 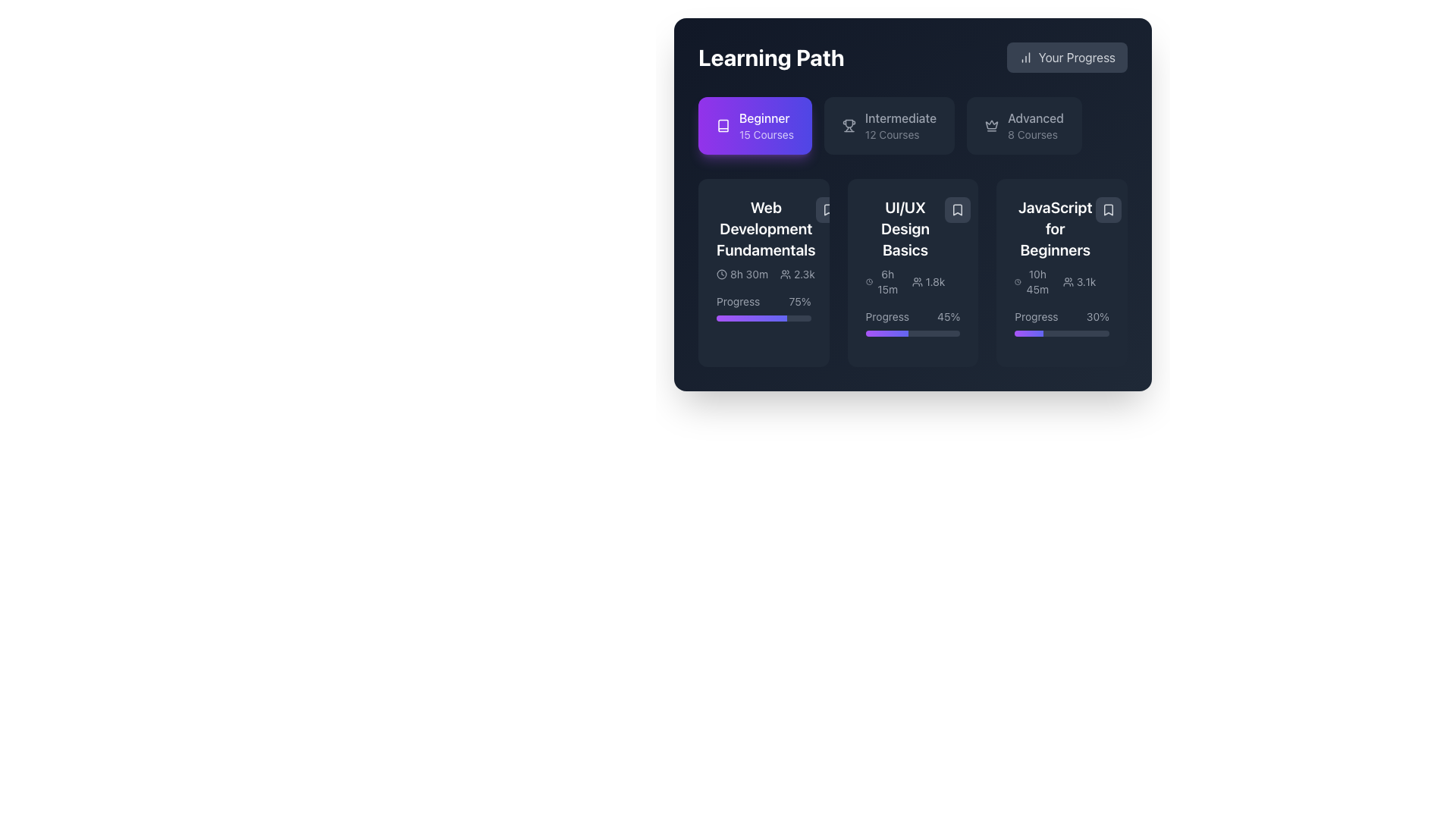 I want to click on the text label displaying '45%' in gray font color, located near the bottom of the 'UI/UX Design Basics' card, to the right of the 'Progress' label, so click(x=948, y=315).